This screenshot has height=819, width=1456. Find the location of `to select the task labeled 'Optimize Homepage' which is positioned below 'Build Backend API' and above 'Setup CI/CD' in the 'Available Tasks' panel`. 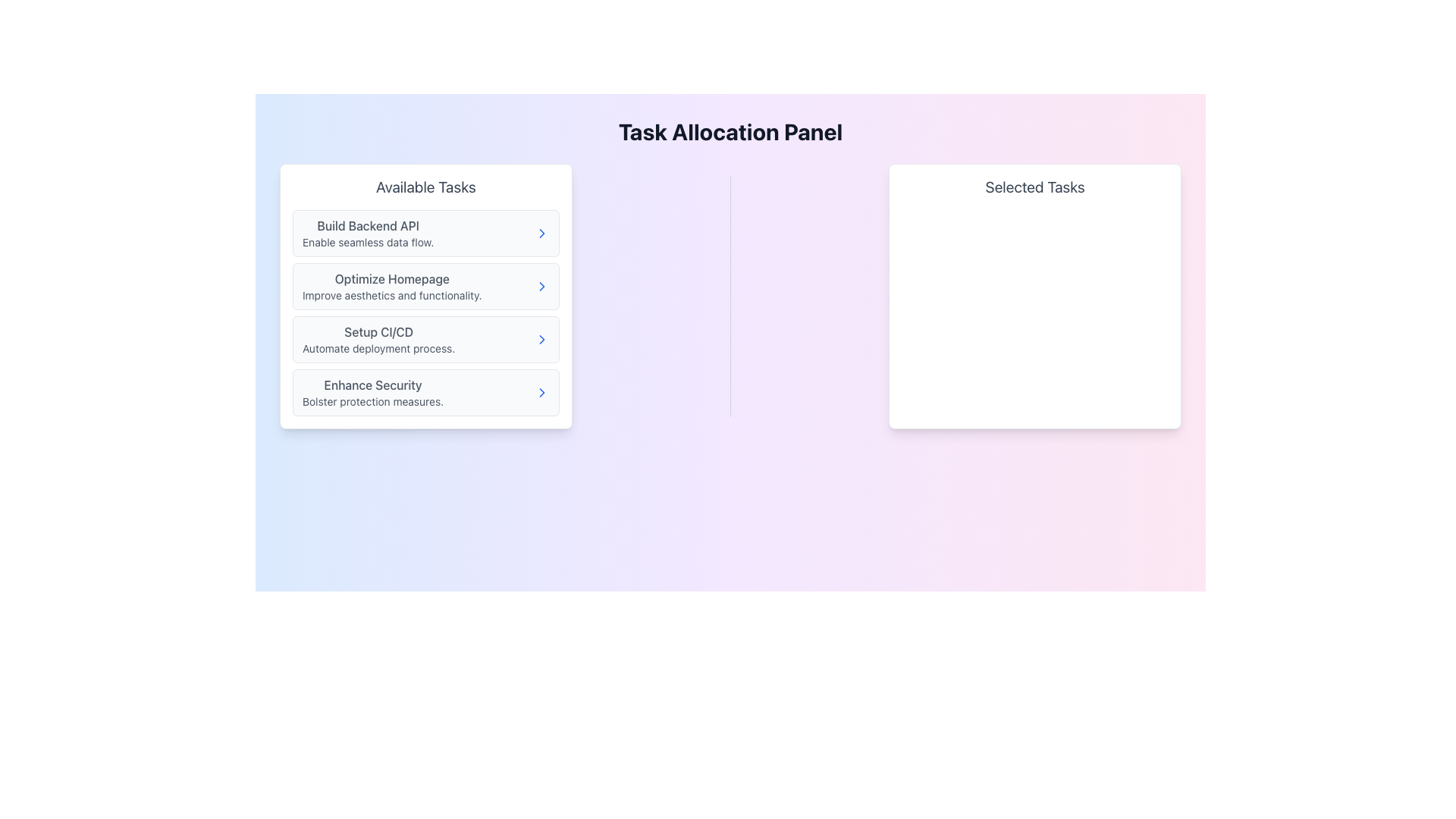

to select the task labeled 'Optimize Homepage' which is positioned below 'Build Backend API' and above 'Setup CI/CD' in the 'Available Tasks' panel is located at coordinates (392, 287).